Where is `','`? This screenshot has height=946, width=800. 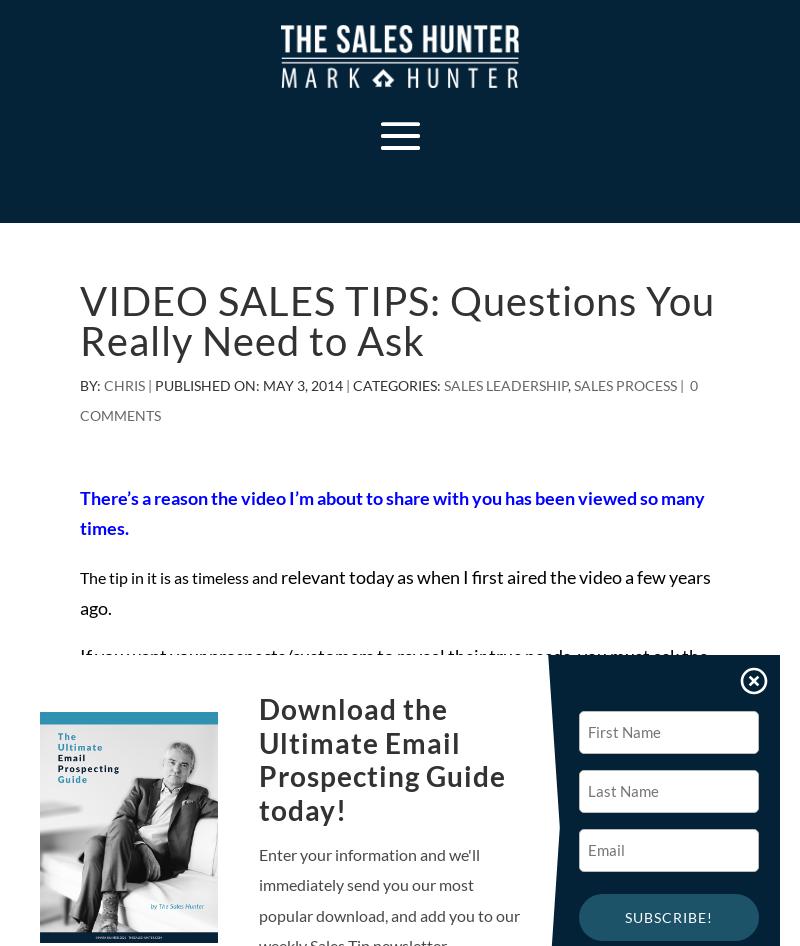 ',' is located at coordinates (569, 384).